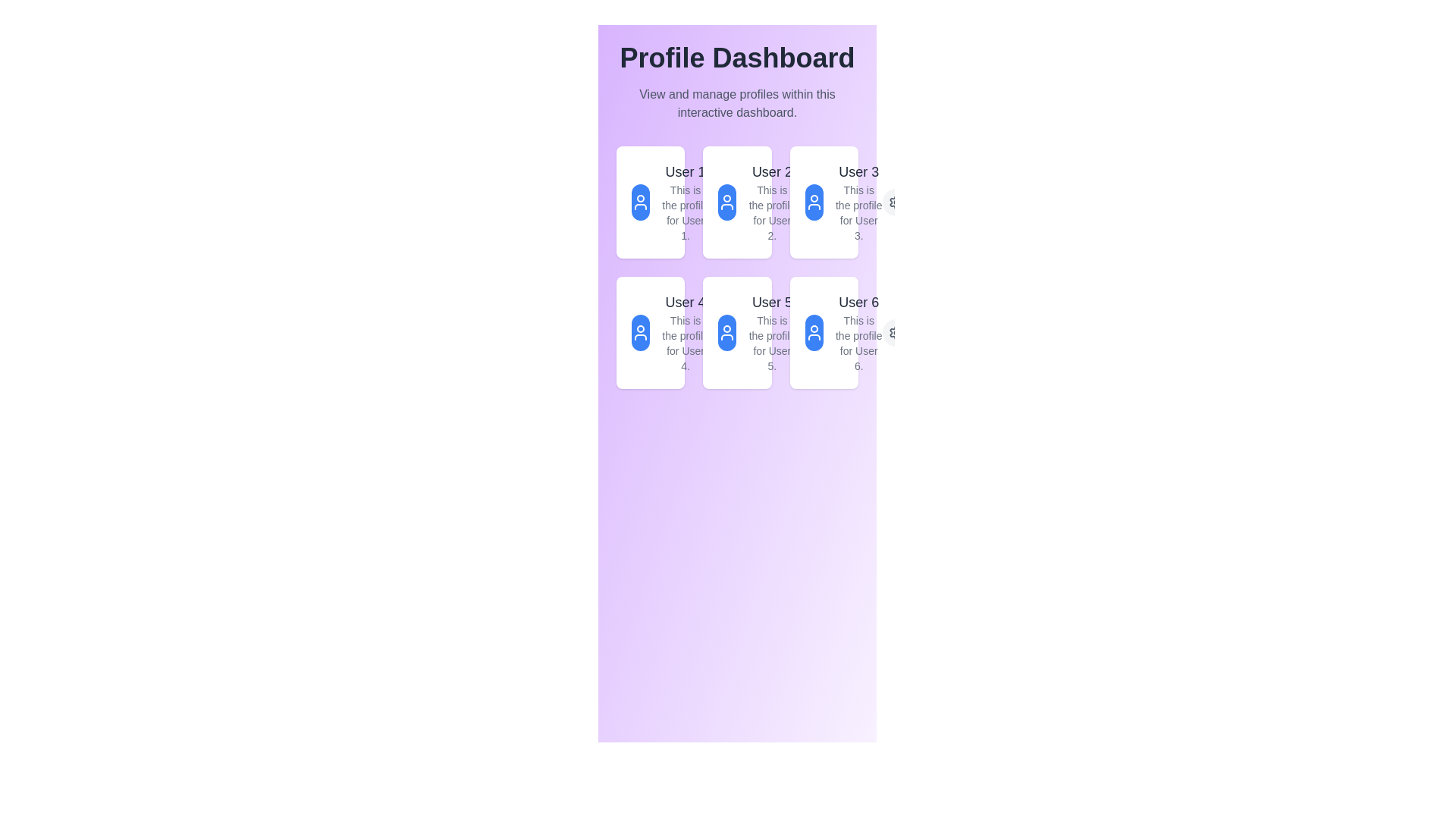 This screenshot has height=819, width=1456. I want to click on the user profile image button in the 'User 4' card, so click(640, 332).